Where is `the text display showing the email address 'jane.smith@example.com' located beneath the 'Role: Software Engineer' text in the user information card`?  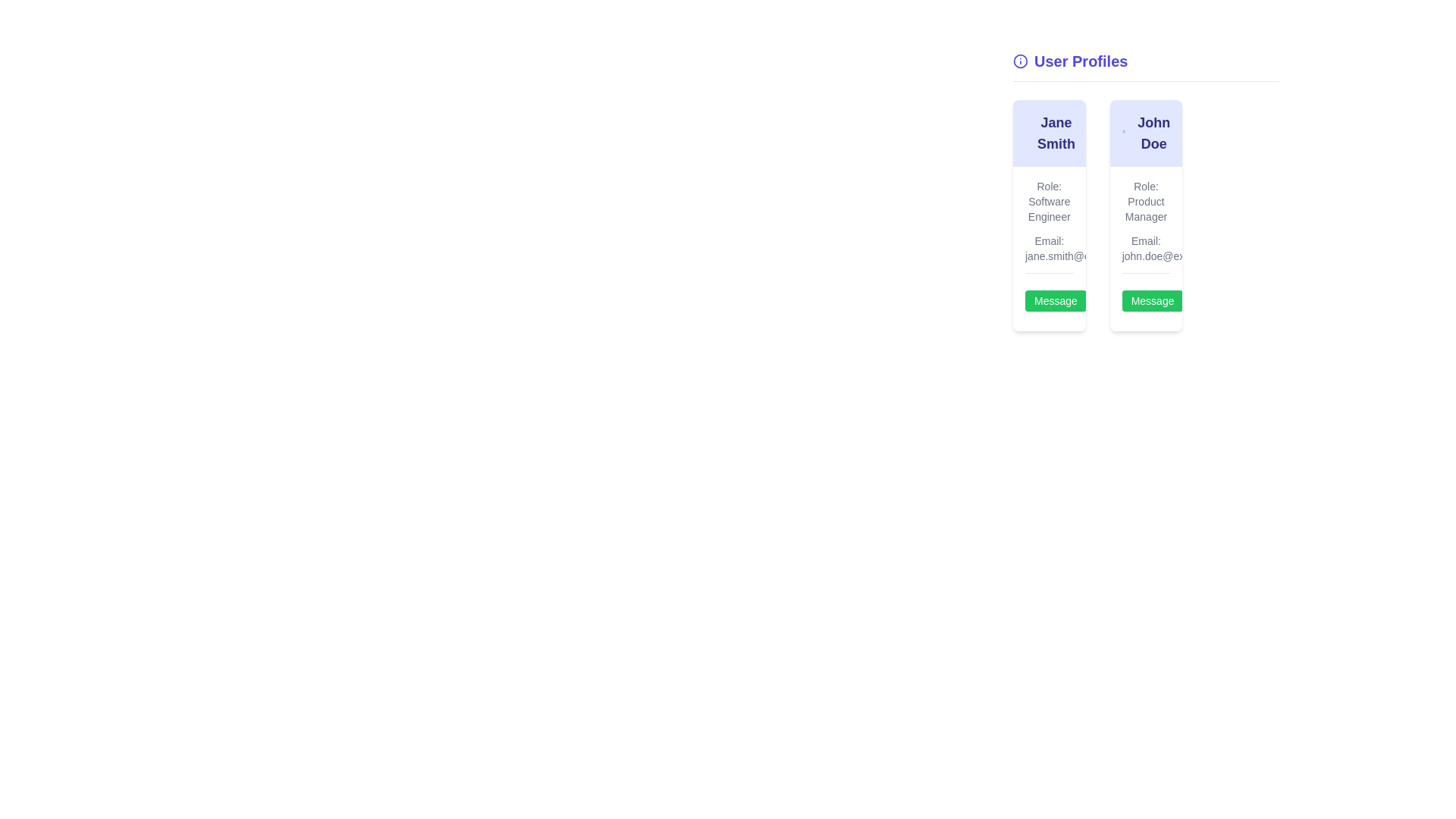 the text display showing the email address 'jane.smith@example.com' located beneath the 'Role: Software Engineer' text in the user information card is located at coordinates (1048, 247).